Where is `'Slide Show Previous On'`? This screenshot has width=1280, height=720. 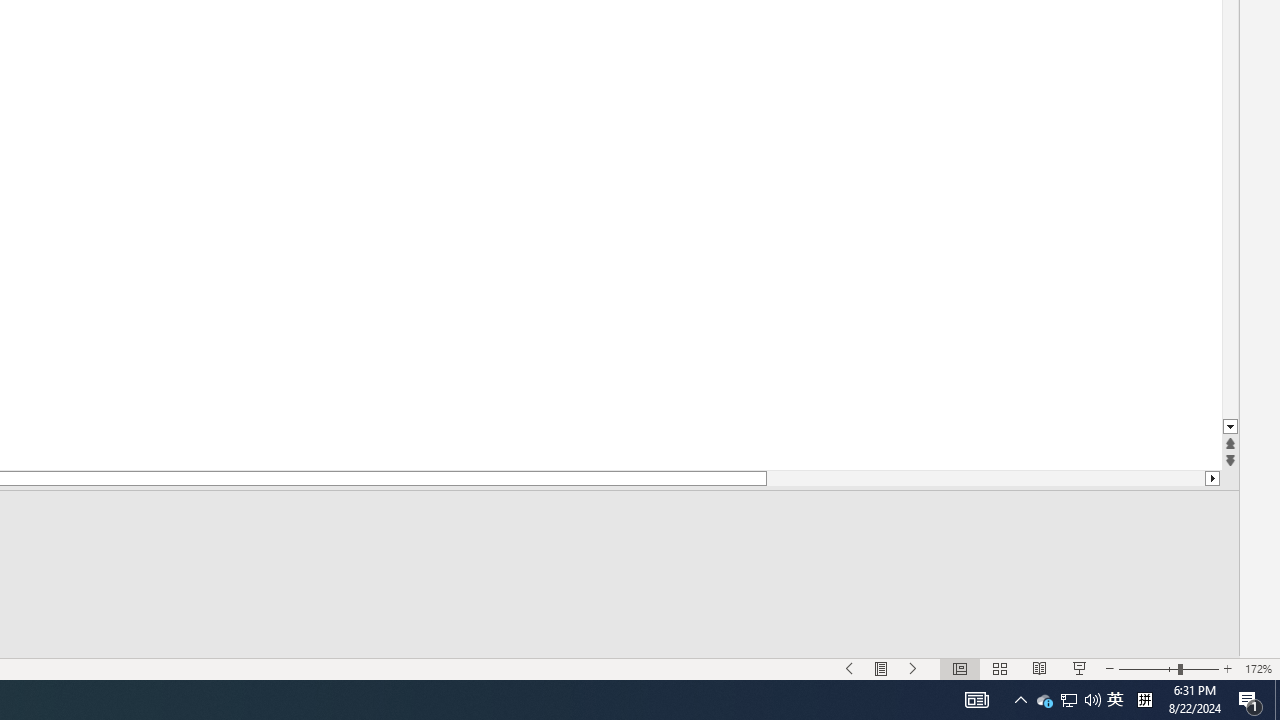
'Slide Show Previous On' is located at coordinates (850, 669).